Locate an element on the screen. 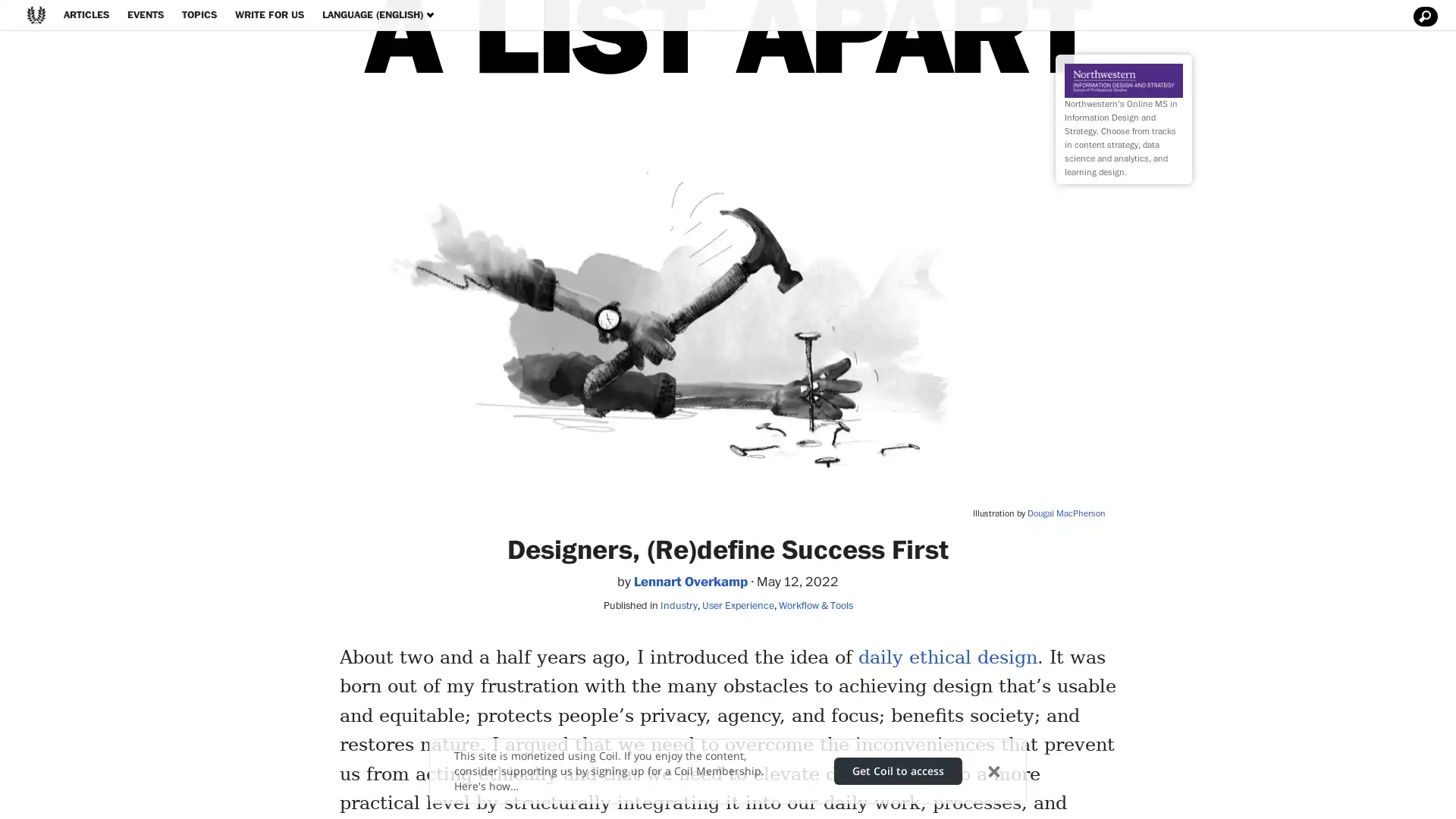  Search is located at coordinates (1423, 17).